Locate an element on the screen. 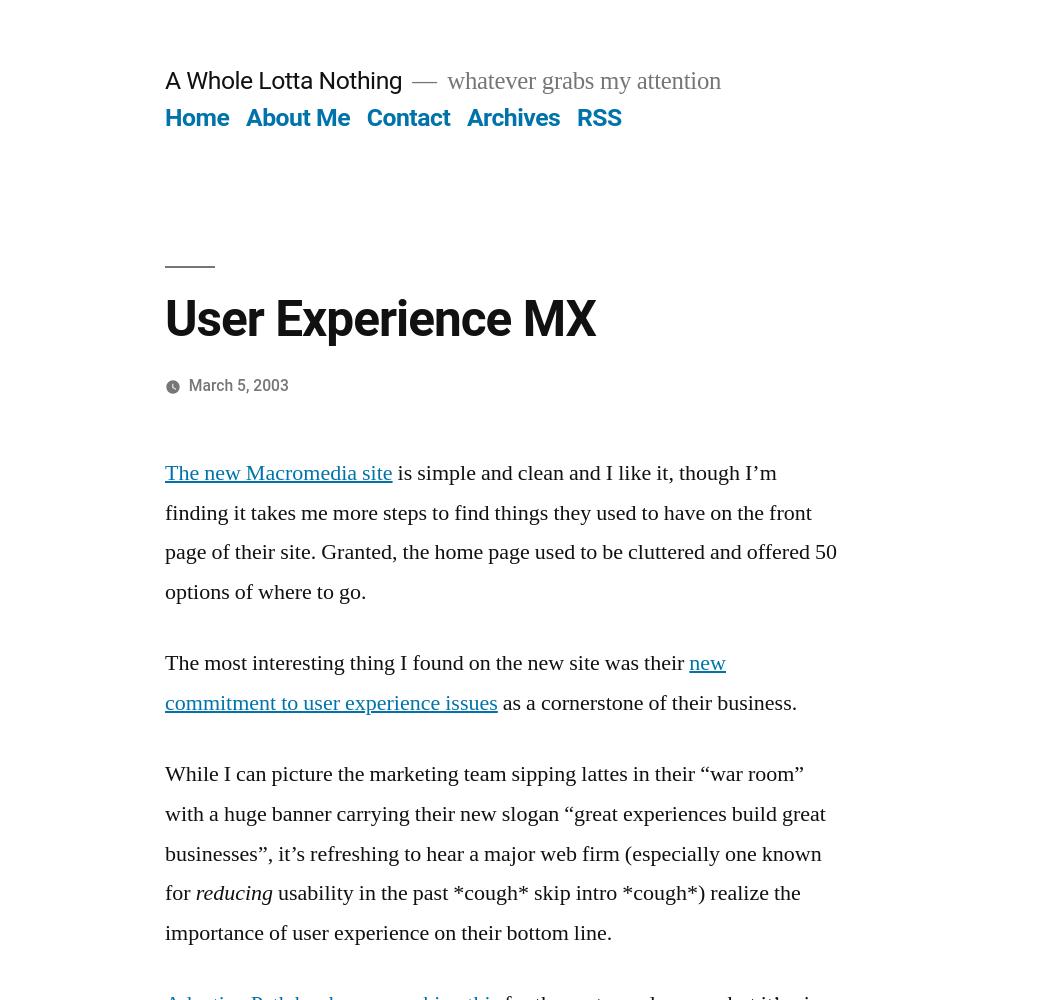 This screenshot has width=1050, height=1000. 'March 5, 2003' is located at coordinates (238, 384).